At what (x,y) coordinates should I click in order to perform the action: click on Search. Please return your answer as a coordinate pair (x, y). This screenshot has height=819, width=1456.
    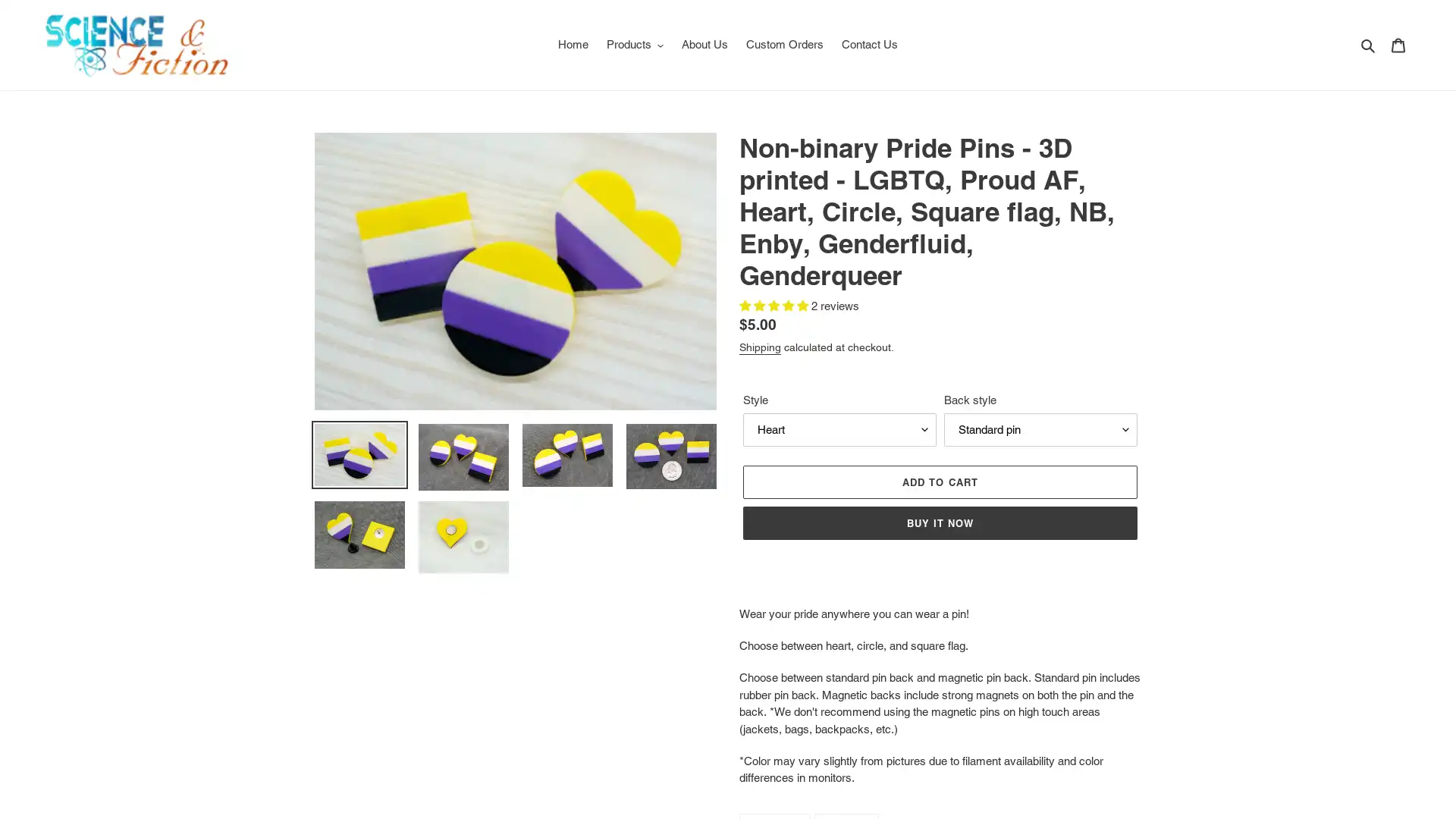
    Looking at the image, I should click on (1369, 43).